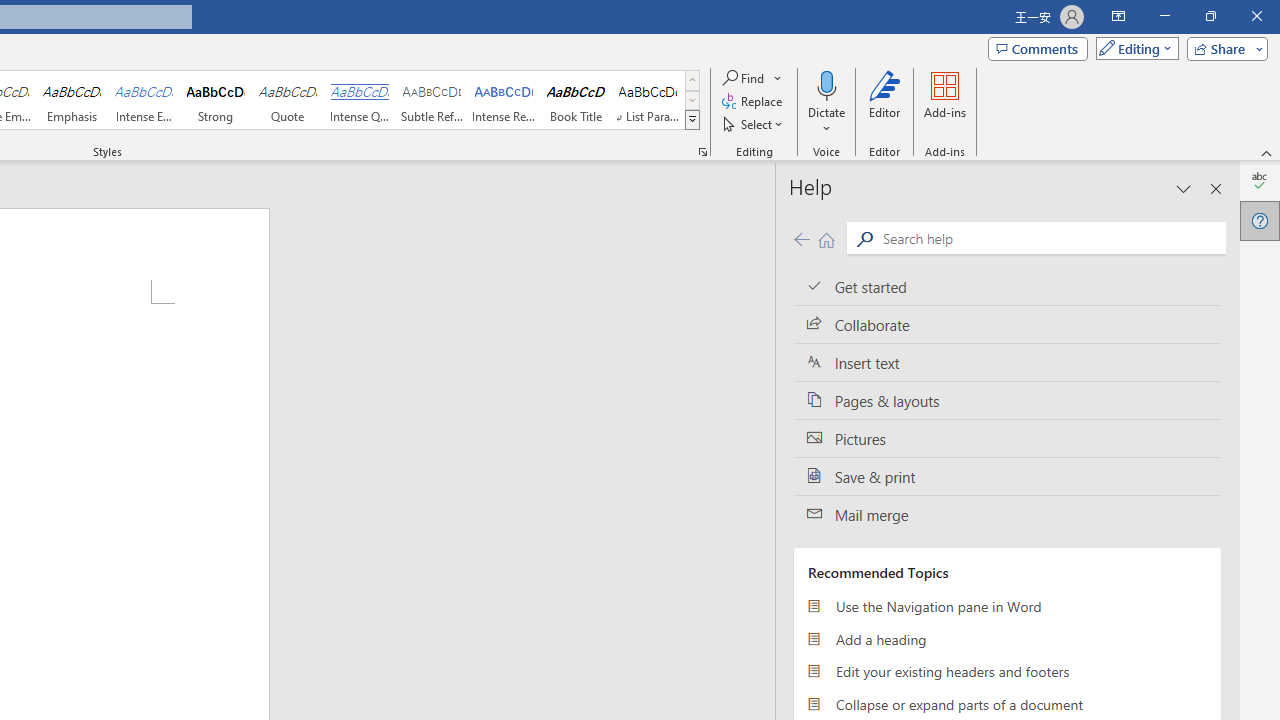 This screenshot has width=1280, height=720. What do you see at coordinates (143, 100) in the screenshot?
I see `'Intense Emphasis'` at bounding box center [143, 100].